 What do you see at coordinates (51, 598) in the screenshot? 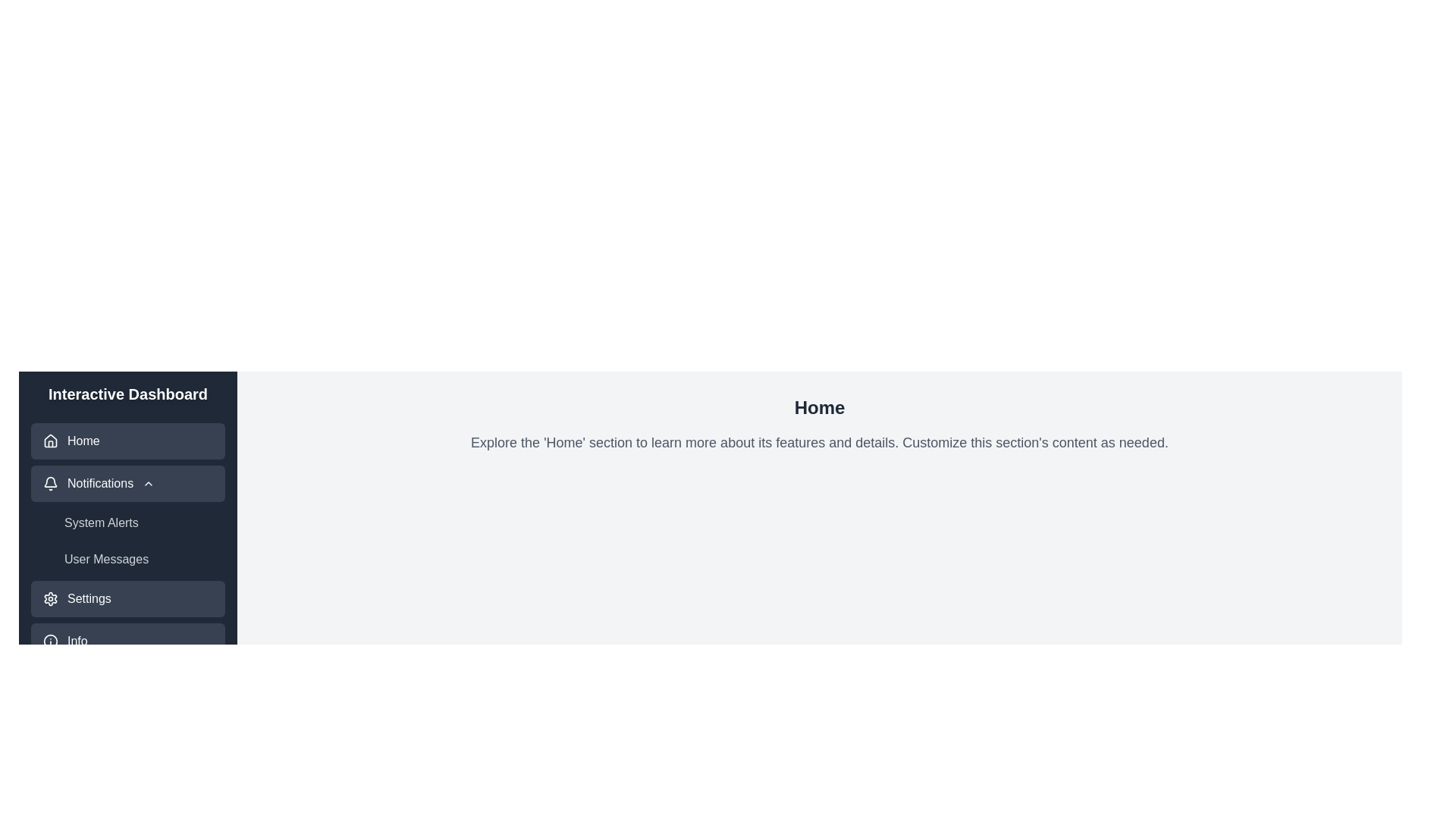
I see `the settings icon located in the left sidebar, which is positioned to the left of the 'Settings' text in the fourth item group of the sidebar menu` at bounding box center [51, 598].